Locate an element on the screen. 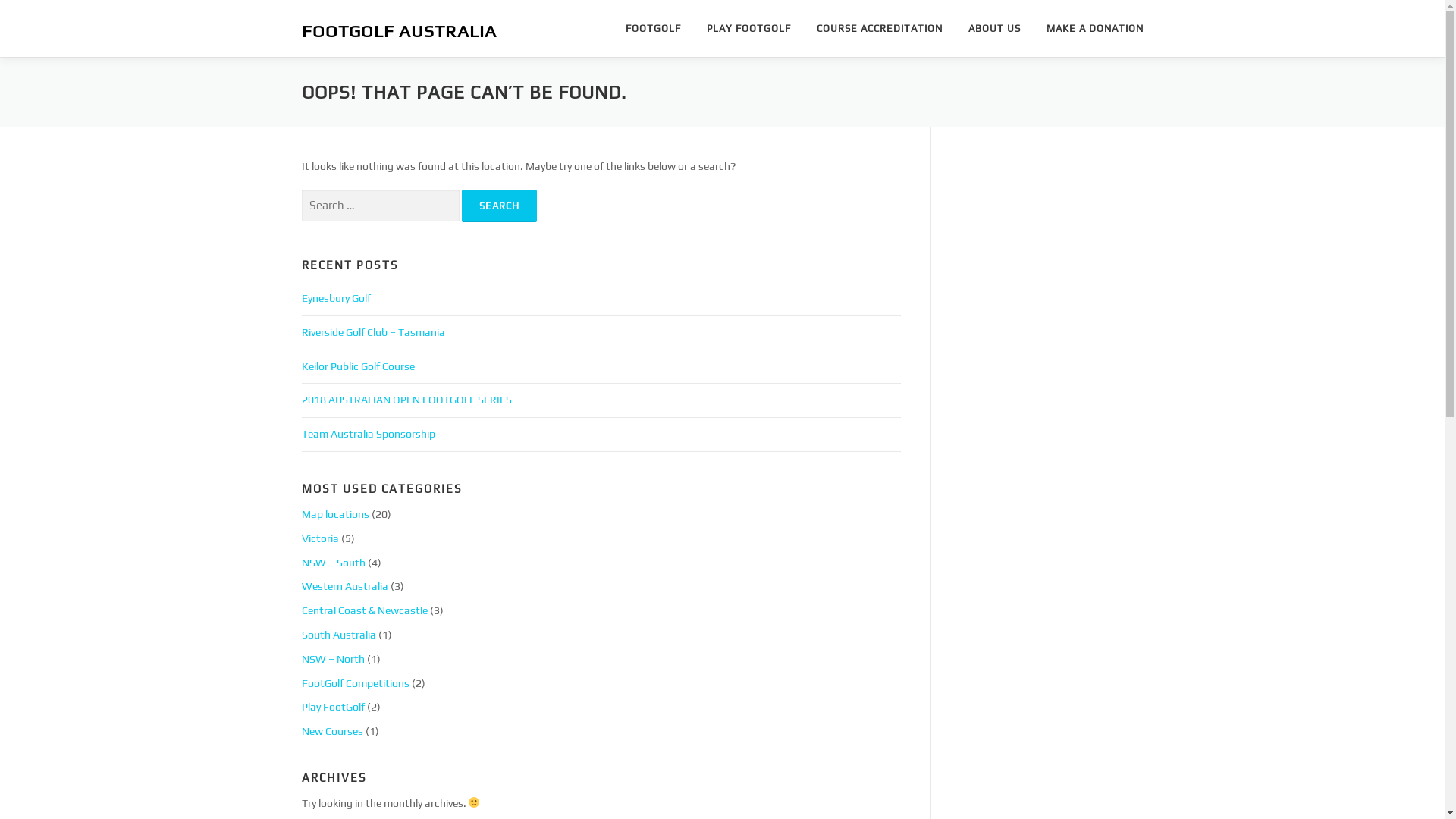 This screenshot has height=819, width=1456. 'PLAY FOOTGOLF' is located at coordinates (748, 28).